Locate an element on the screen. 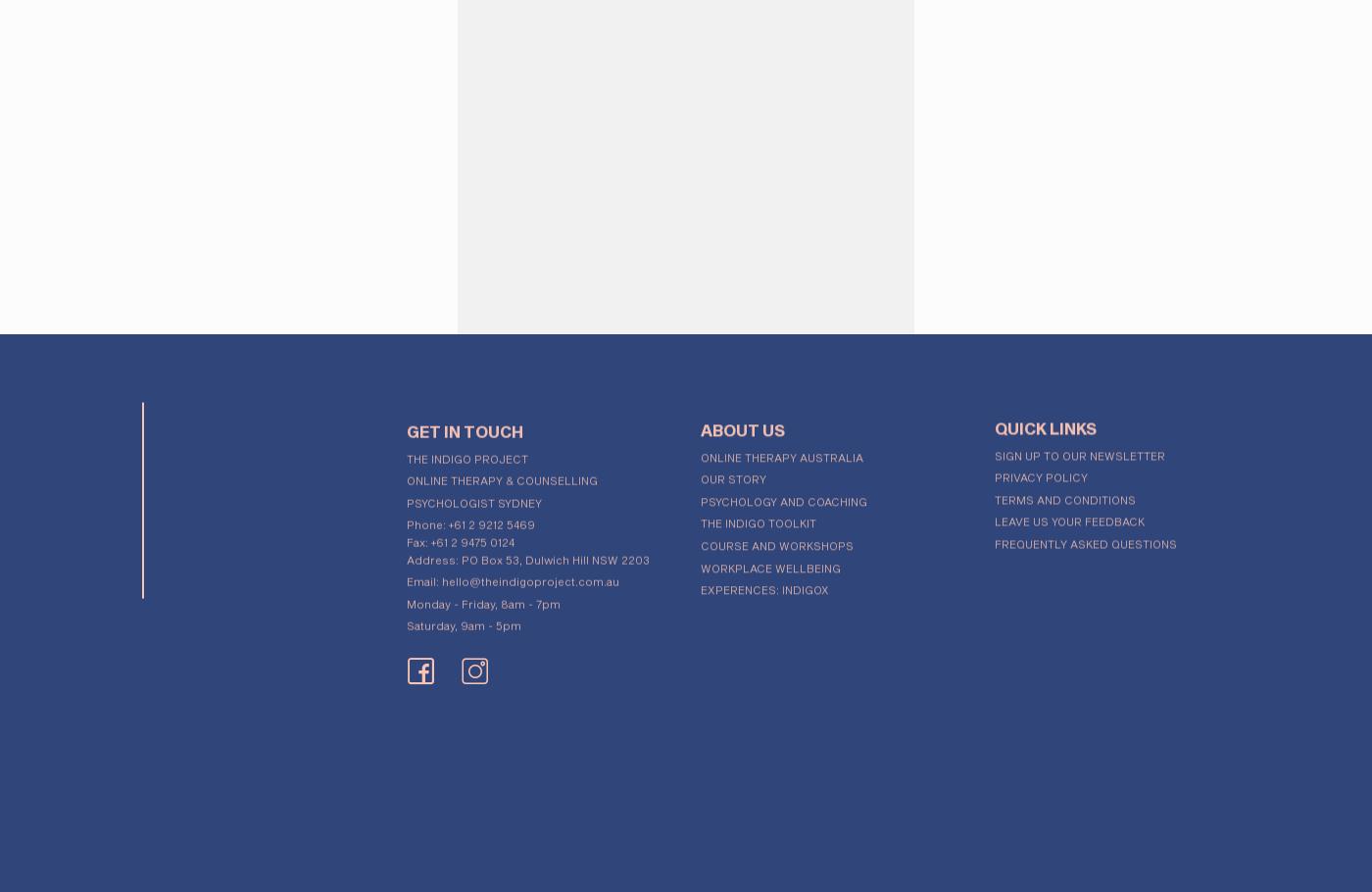 This screenshot has width=1372, height=892. 'Email: hello@theindigoproject.com.au' is located at coordinates (513, 573).